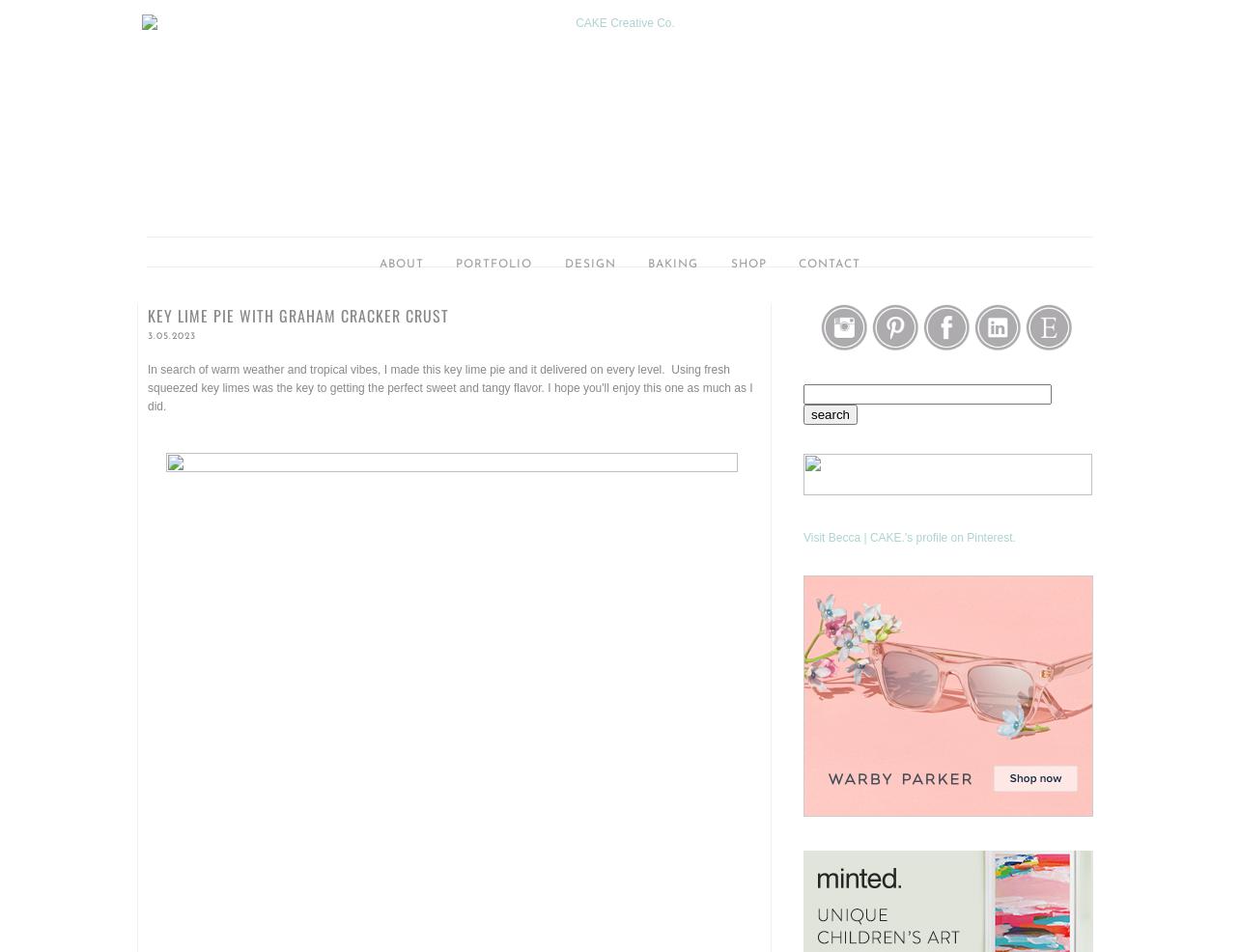 Image resolution: width=1240 pixels, height=952 pixels. Describe the element at coordinates (796, 265) in the screenshot. I see `'Contact'` at that location.